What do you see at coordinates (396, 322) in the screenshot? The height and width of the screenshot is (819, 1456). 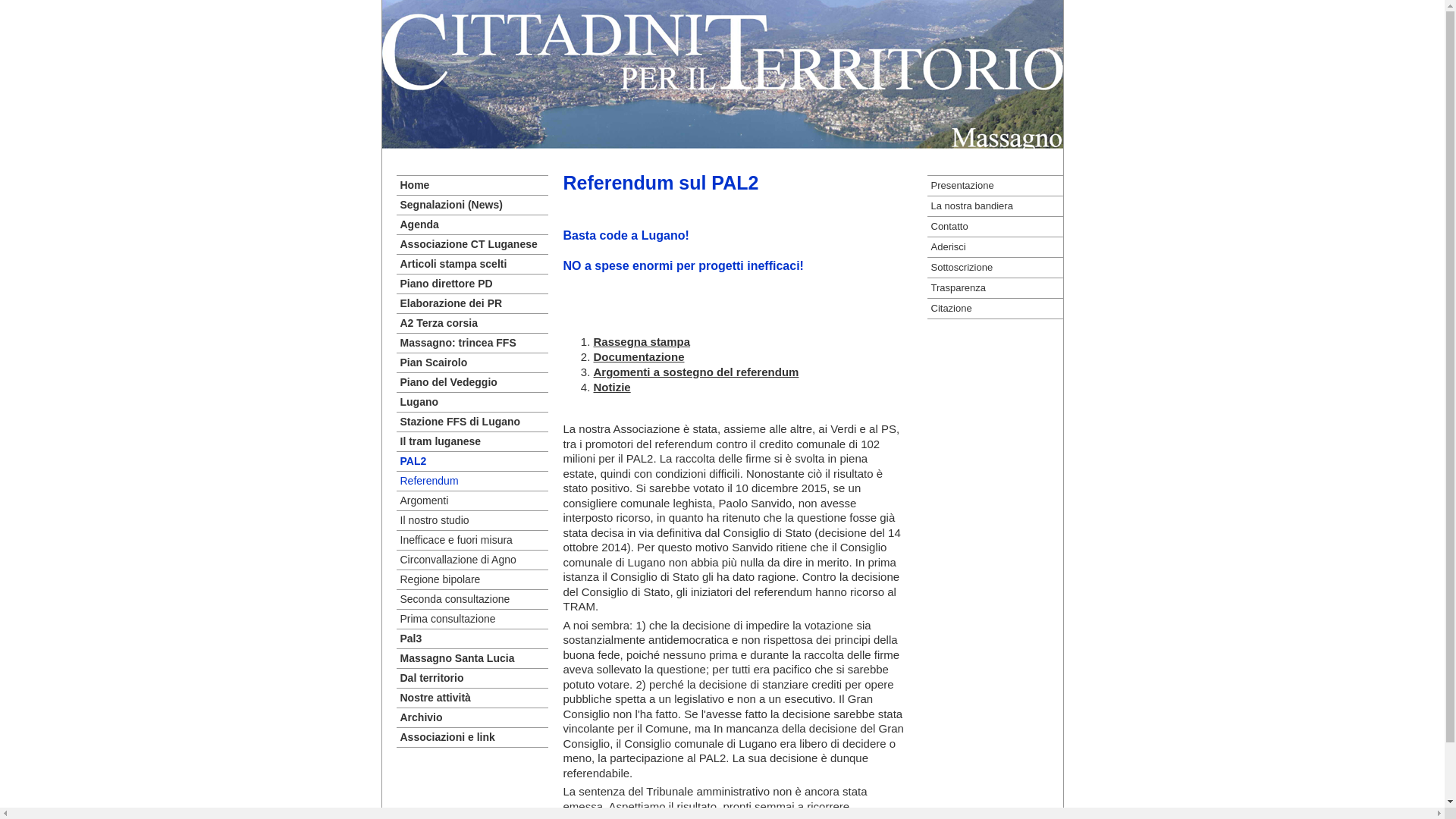 I see `'A2 Terza corsia'` at bounding box center [396, 322].